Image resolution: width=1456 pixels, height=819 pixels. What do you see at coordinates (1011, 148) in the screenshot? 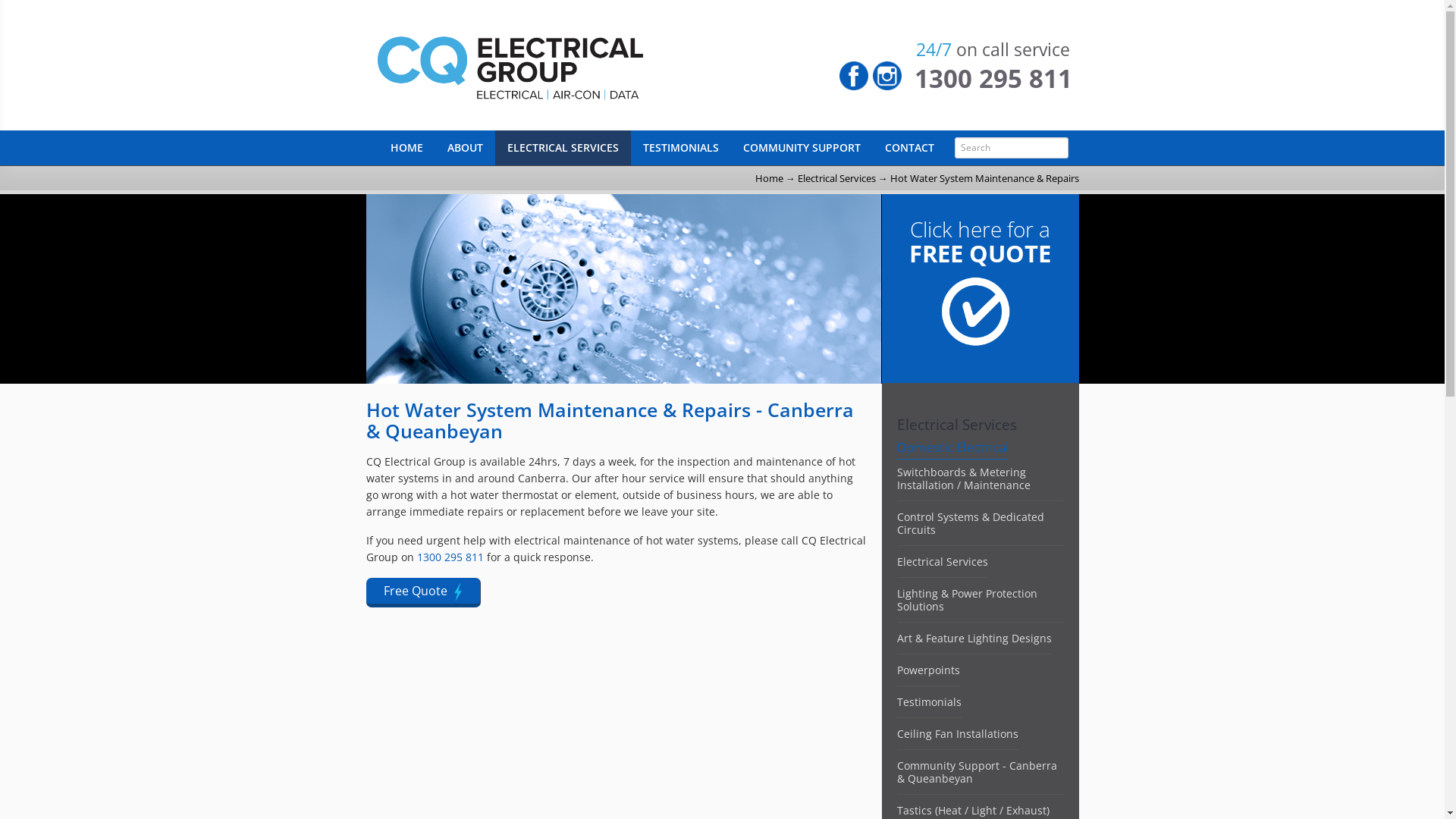
I see `'Enter the terms you wish to search for.'` at bounding box center [1011, 148].